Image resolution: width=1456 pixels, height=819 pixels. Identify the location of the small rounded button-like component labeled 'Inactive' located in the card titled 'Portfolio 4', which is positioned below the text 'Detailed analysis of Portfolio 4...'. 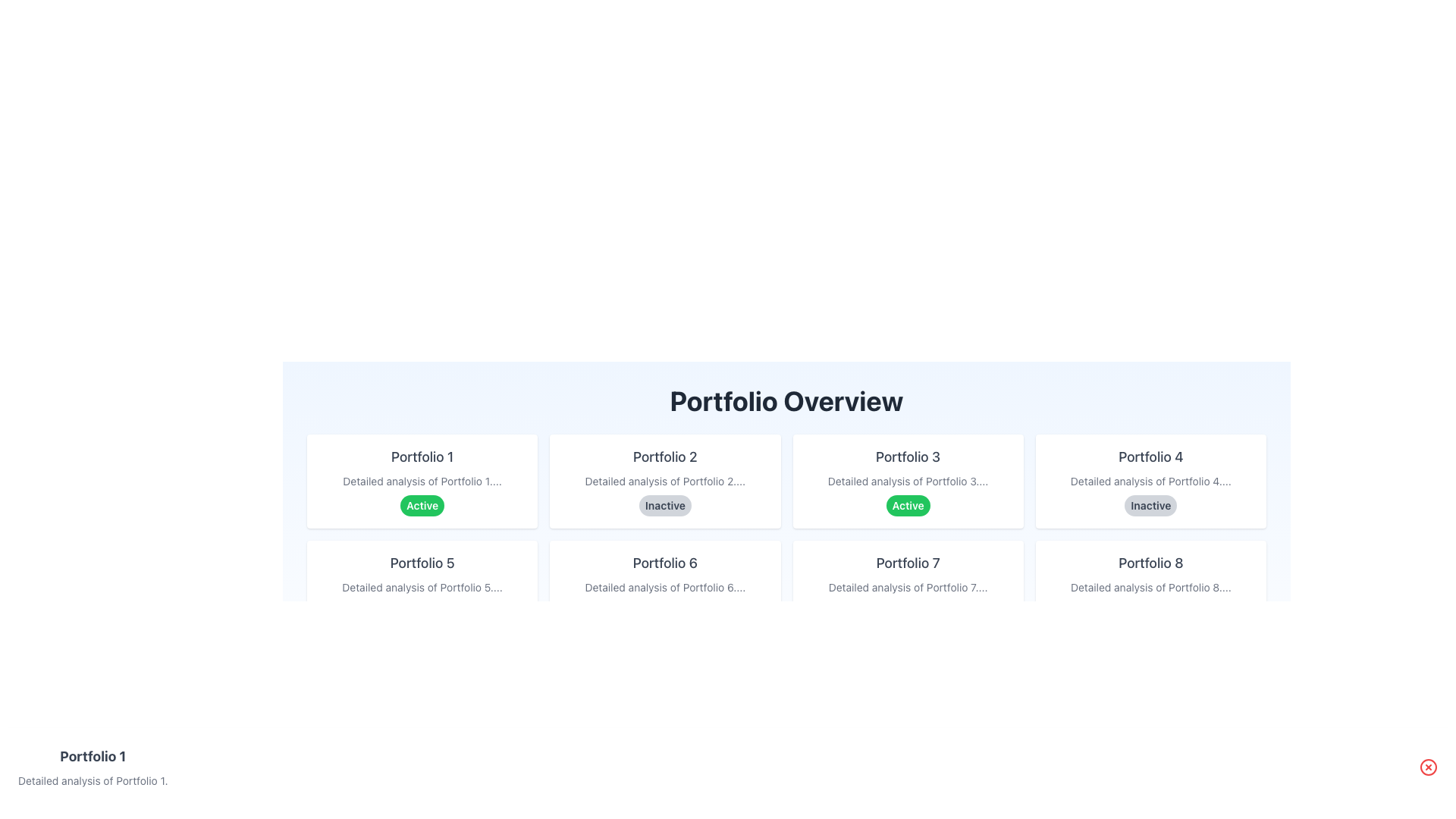
(1150, 506).